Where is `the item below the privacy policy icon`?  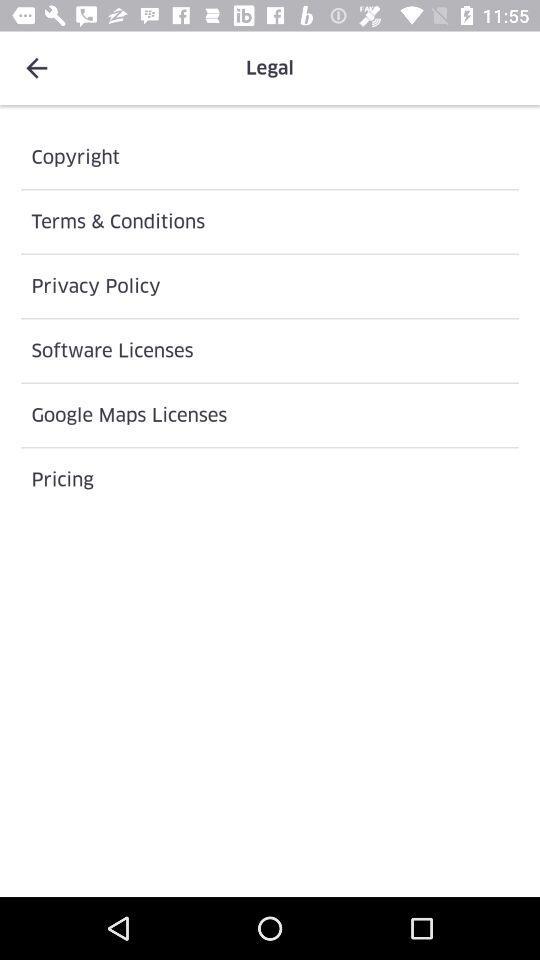
the item below the privacy policy icon is located at coordinates (270, 350).